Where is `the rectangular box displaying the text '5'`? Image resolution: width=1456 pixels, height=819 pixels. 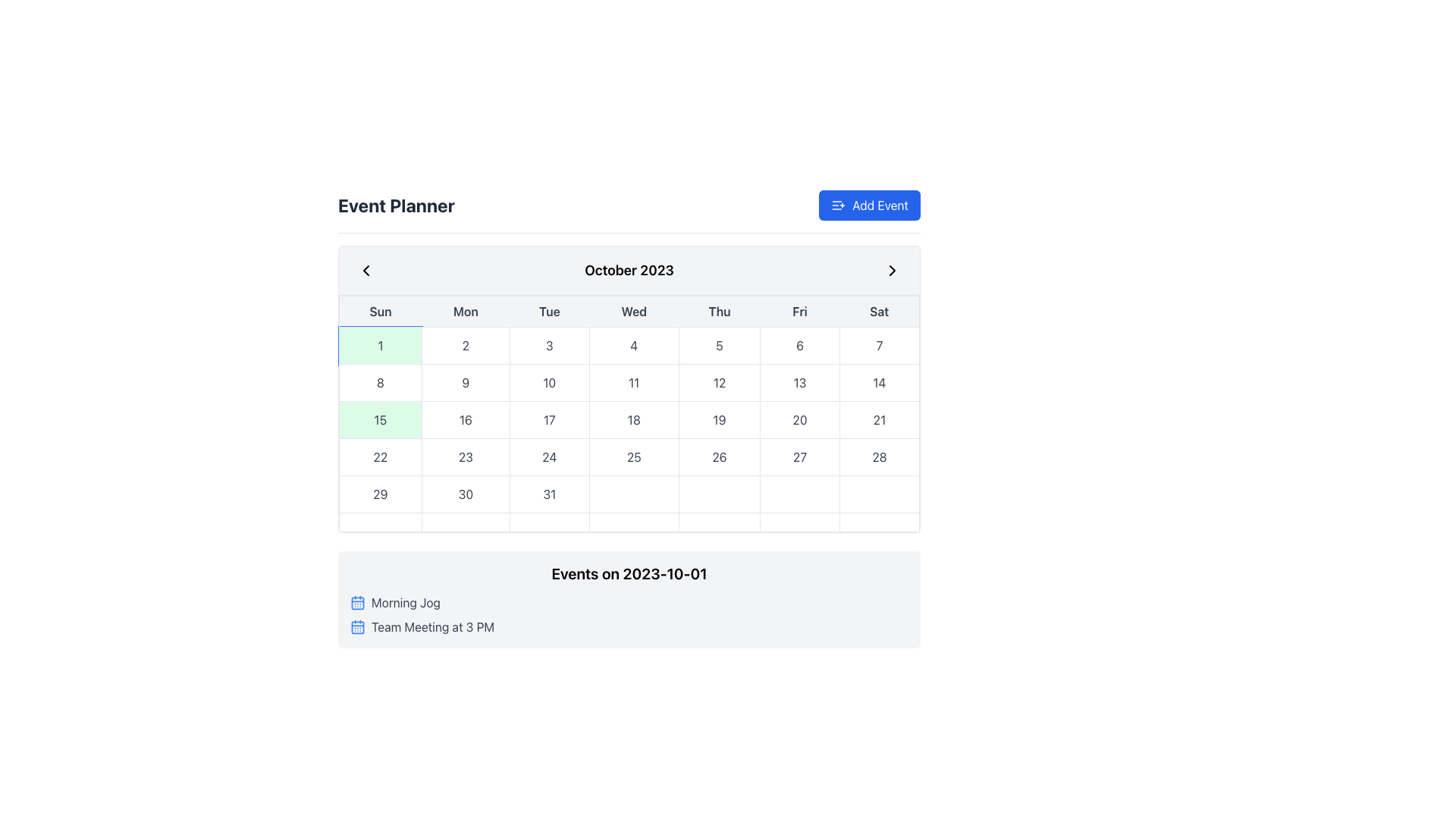 the rectangular box displaying the text '5' is located at coordinates (719, 345).